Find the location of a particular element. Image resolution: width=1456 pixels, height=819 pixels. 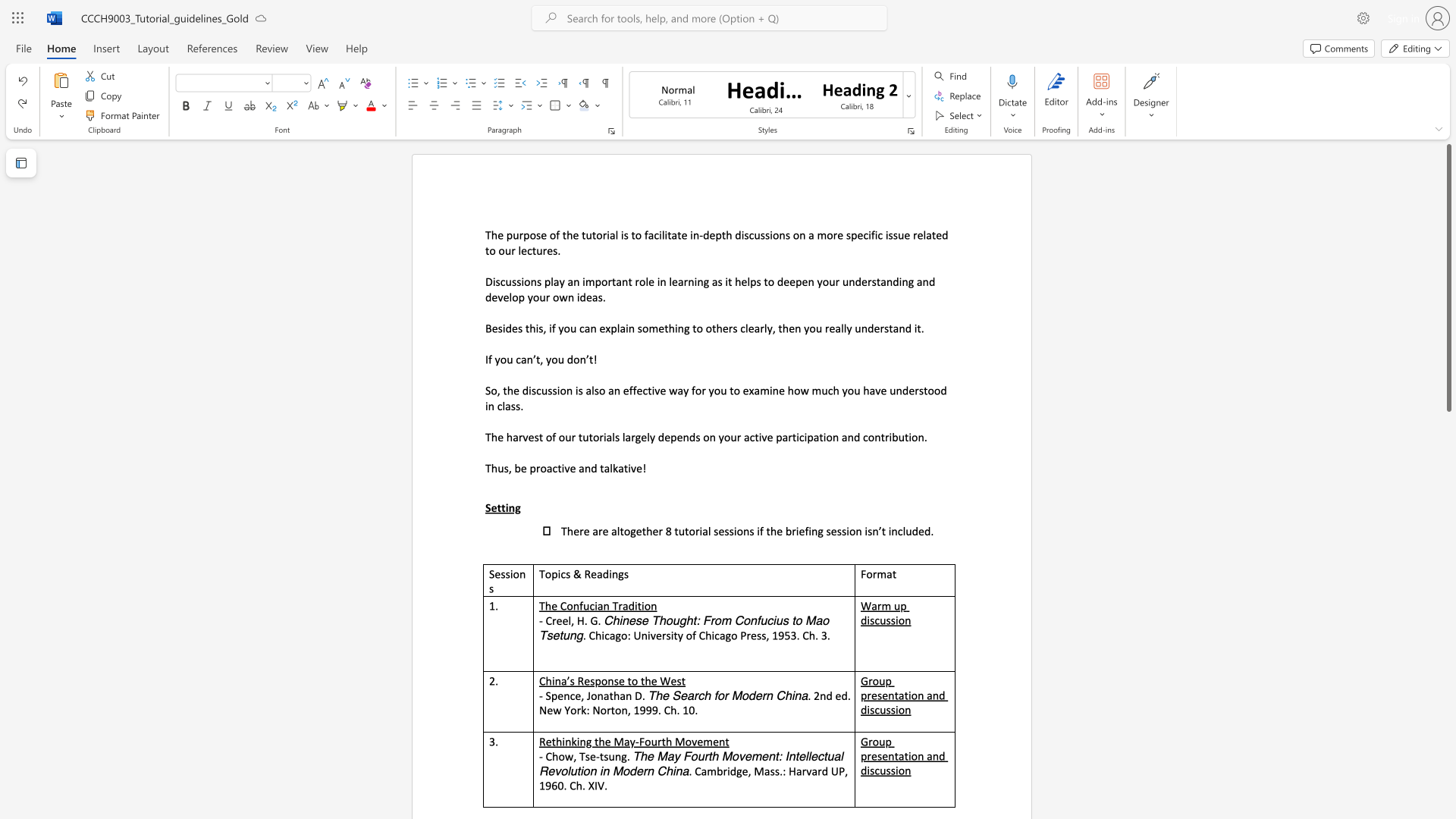

the scrollbar on the right is located at coordinates (1448, 529).